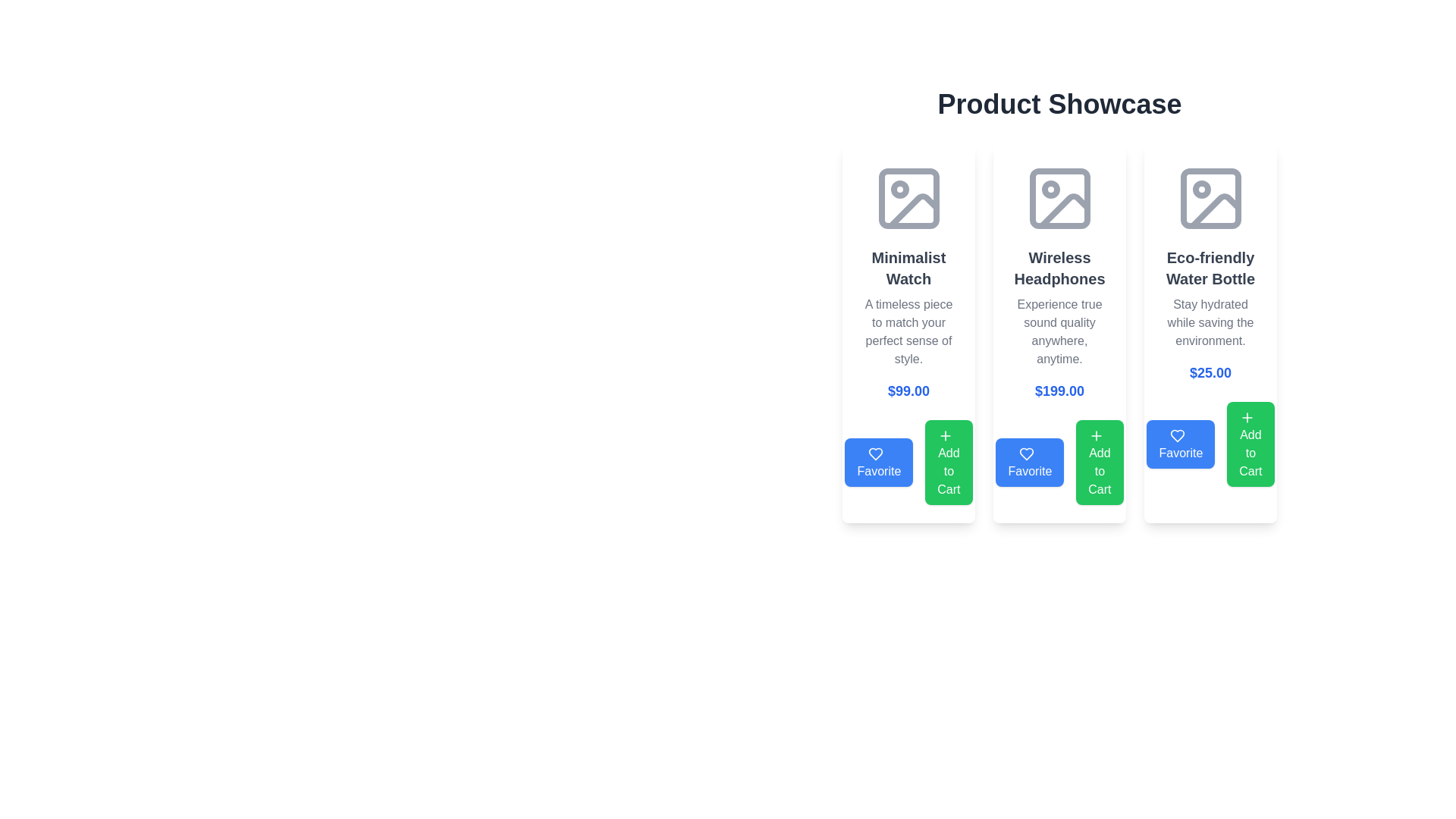 This screenshot has width=1456, height=819. What do you see at coordinates (948, 461) in the screenshot?
I see `the 'Add to Cart' button located below the price text and to the right of the 'Favorite' button within the product card` at bounding box center [948, 461].